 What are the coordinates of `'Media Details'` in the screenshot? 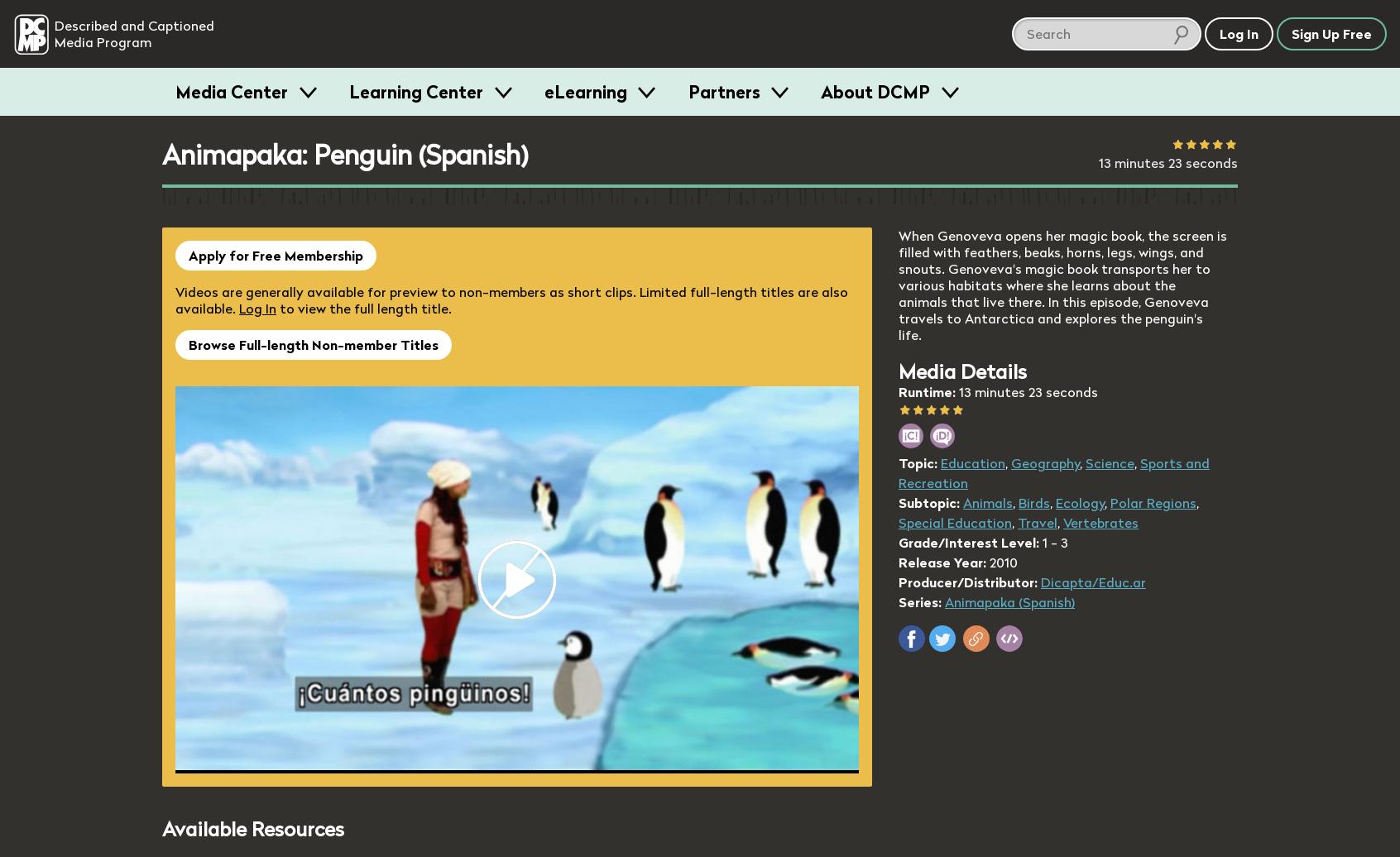 It's located at (961, 371).